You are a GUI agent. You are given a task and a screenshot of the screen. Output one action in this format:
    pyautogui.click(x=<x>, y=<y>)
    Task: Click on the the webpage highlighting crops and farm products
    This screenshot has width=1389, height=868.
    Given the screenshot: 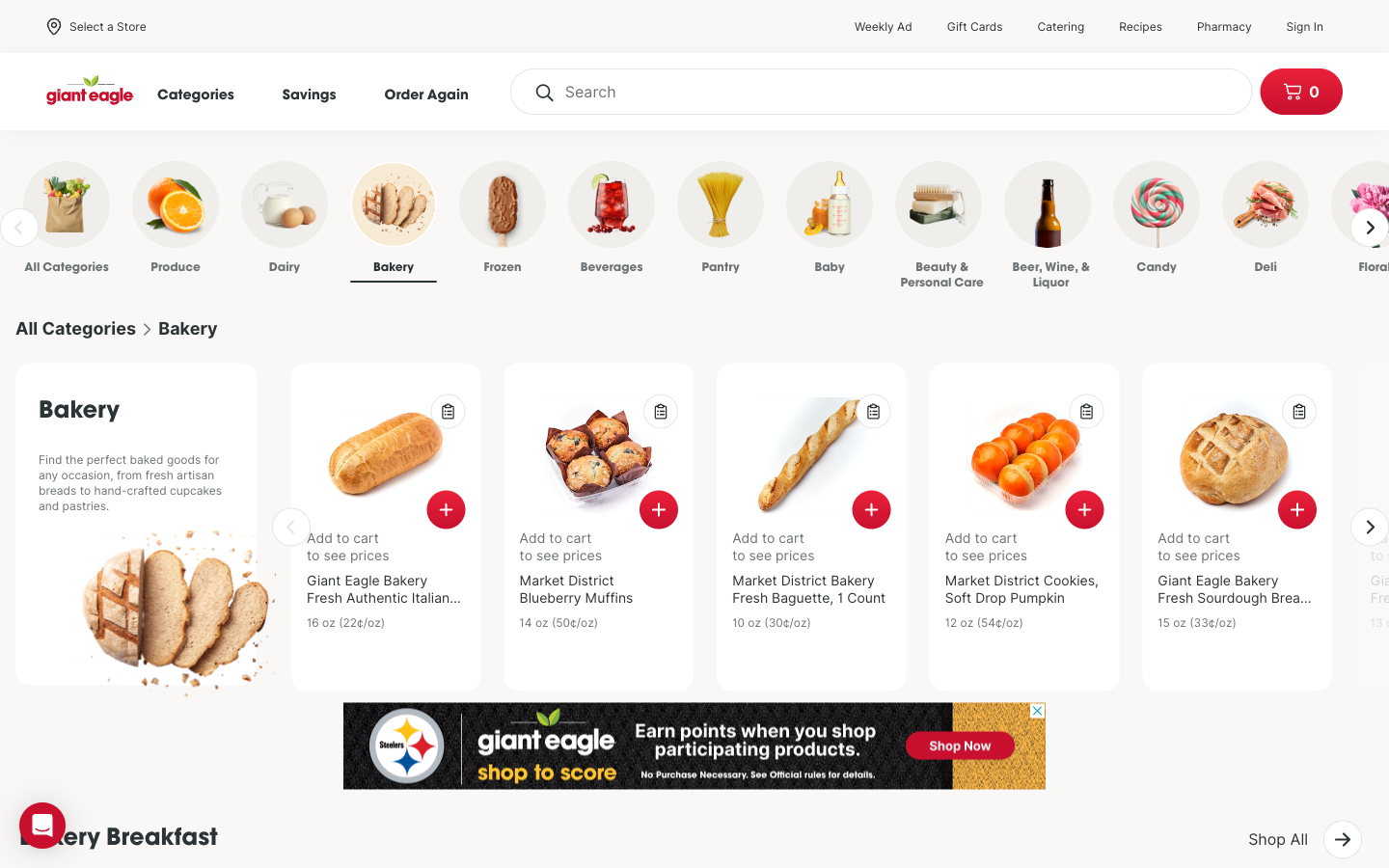 What is the action you would take?
    pyautogui.click(x=150, y=221)
    